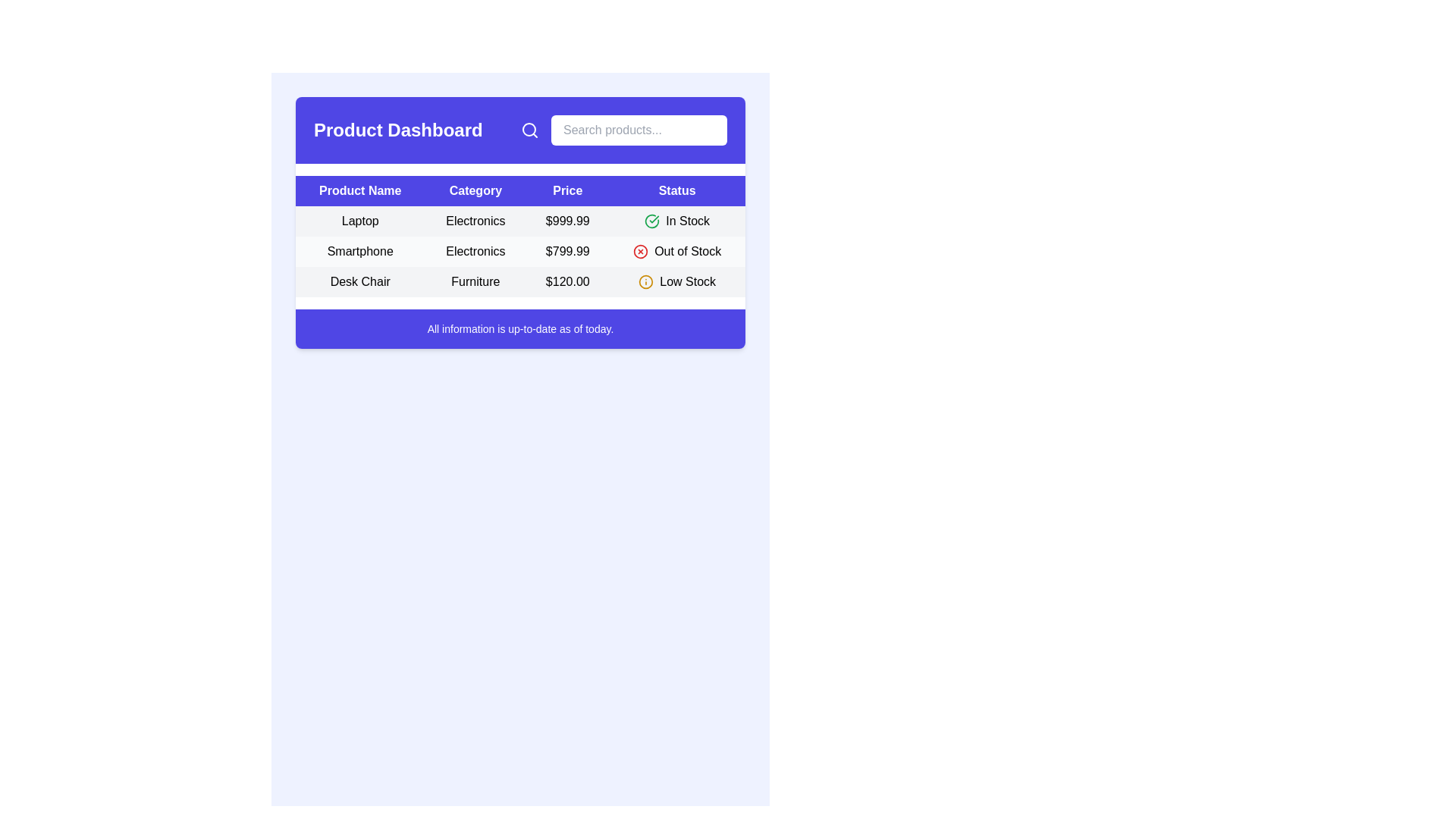  Describe the element at coordinates (687, 281) in the screenshot. I see `text label that reads 'Low Stock', located in the last row of the 'Status' column in the products table` at that location.